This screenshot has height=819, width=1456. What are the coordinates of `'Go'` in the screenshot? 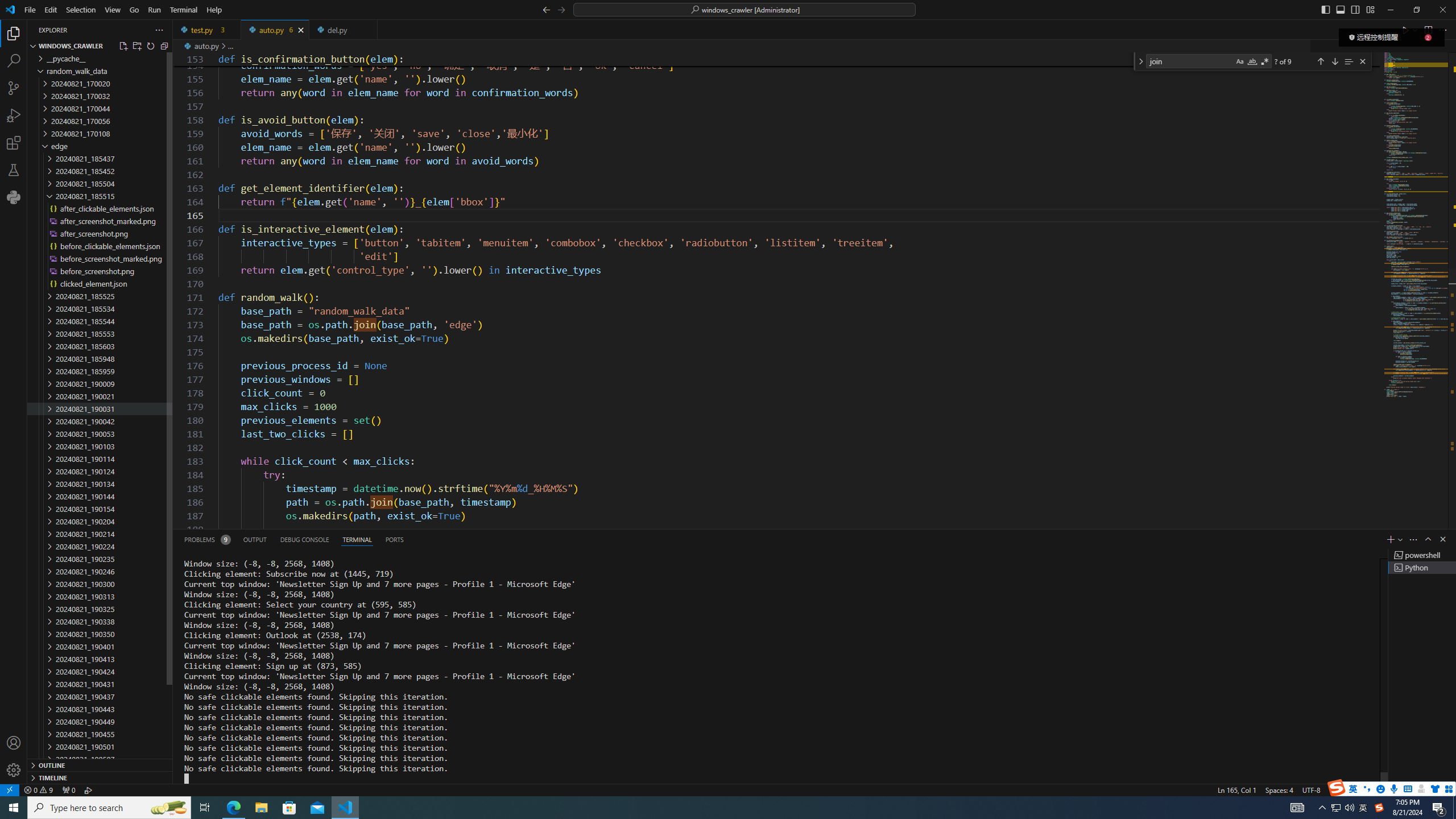 It's located at (134, 9).